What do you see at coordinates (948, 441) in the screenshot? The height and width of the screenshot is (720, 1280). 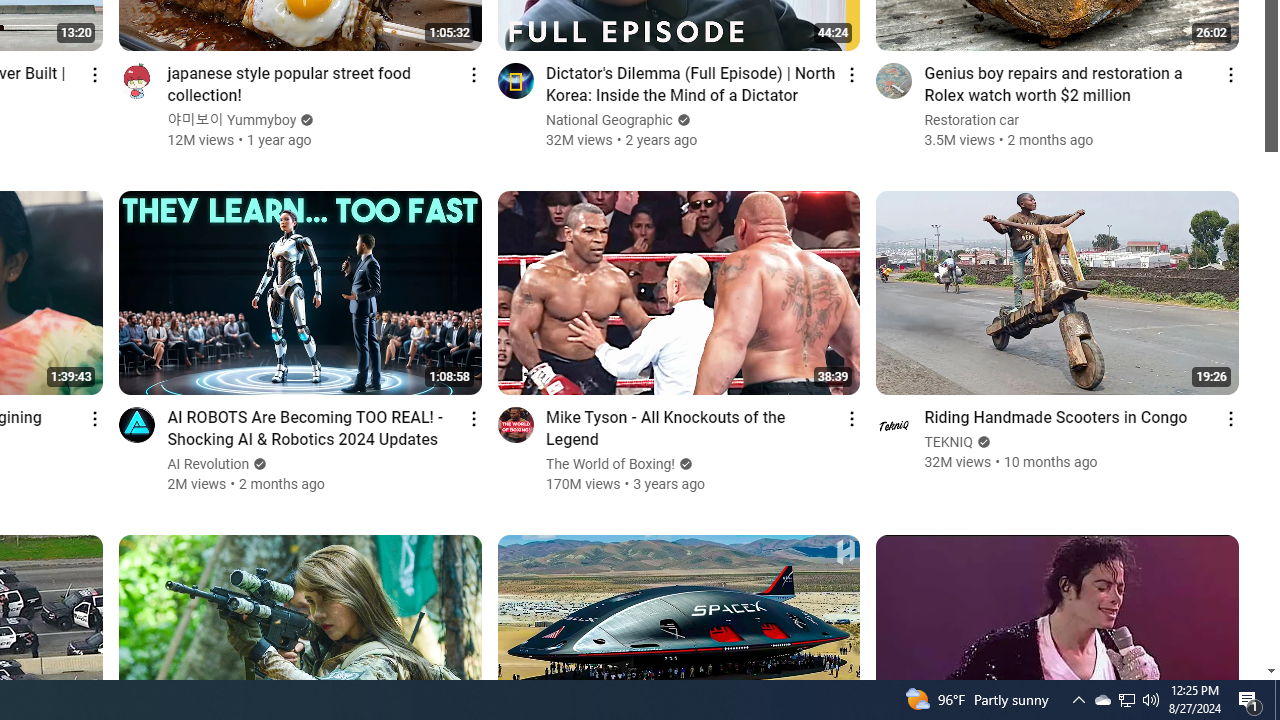 I see `'TEKNIQ'` at bounding box center [948, 441].